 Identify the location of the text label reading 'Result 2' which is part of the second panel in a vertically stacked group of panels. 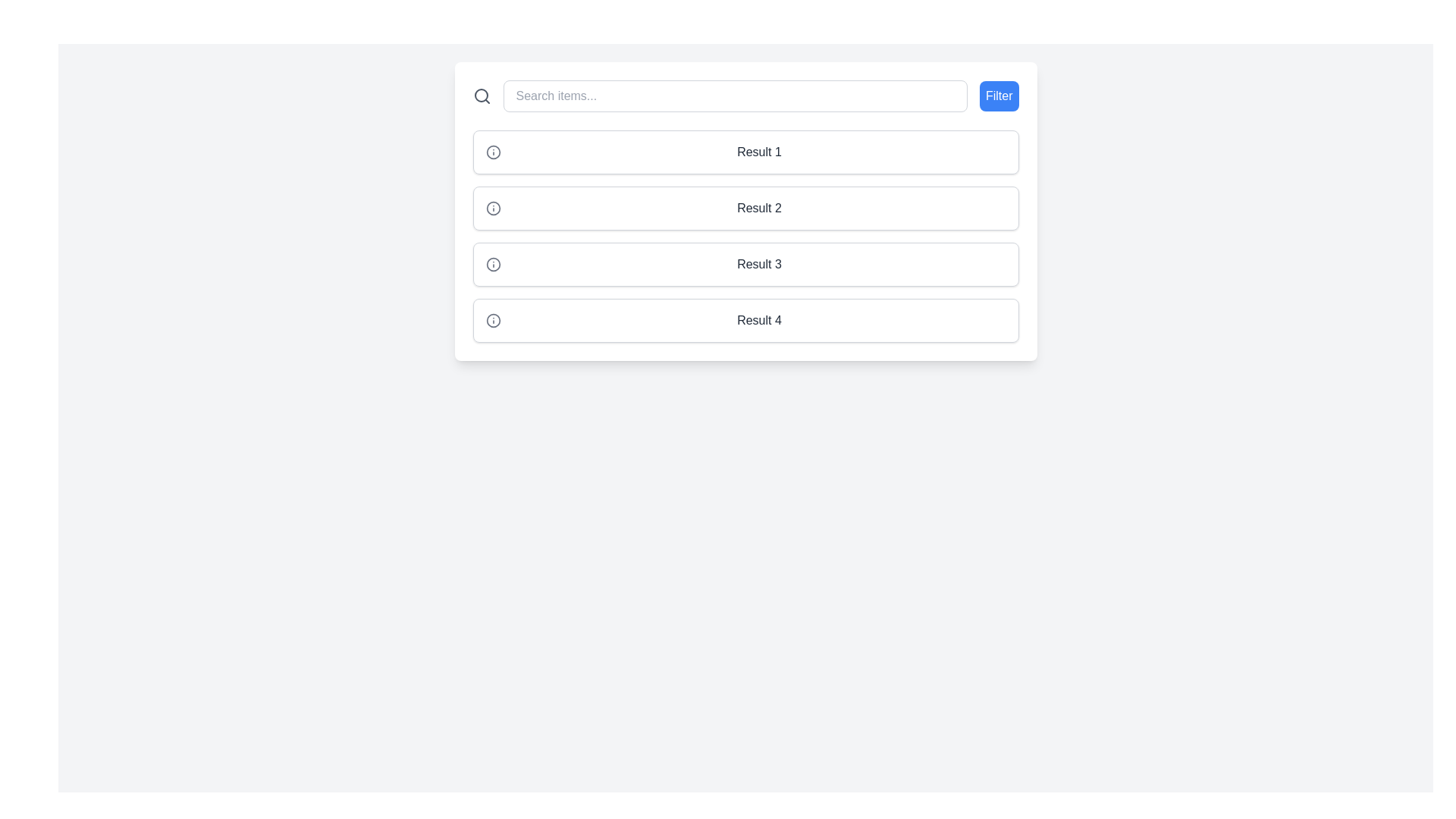
(759, 208).